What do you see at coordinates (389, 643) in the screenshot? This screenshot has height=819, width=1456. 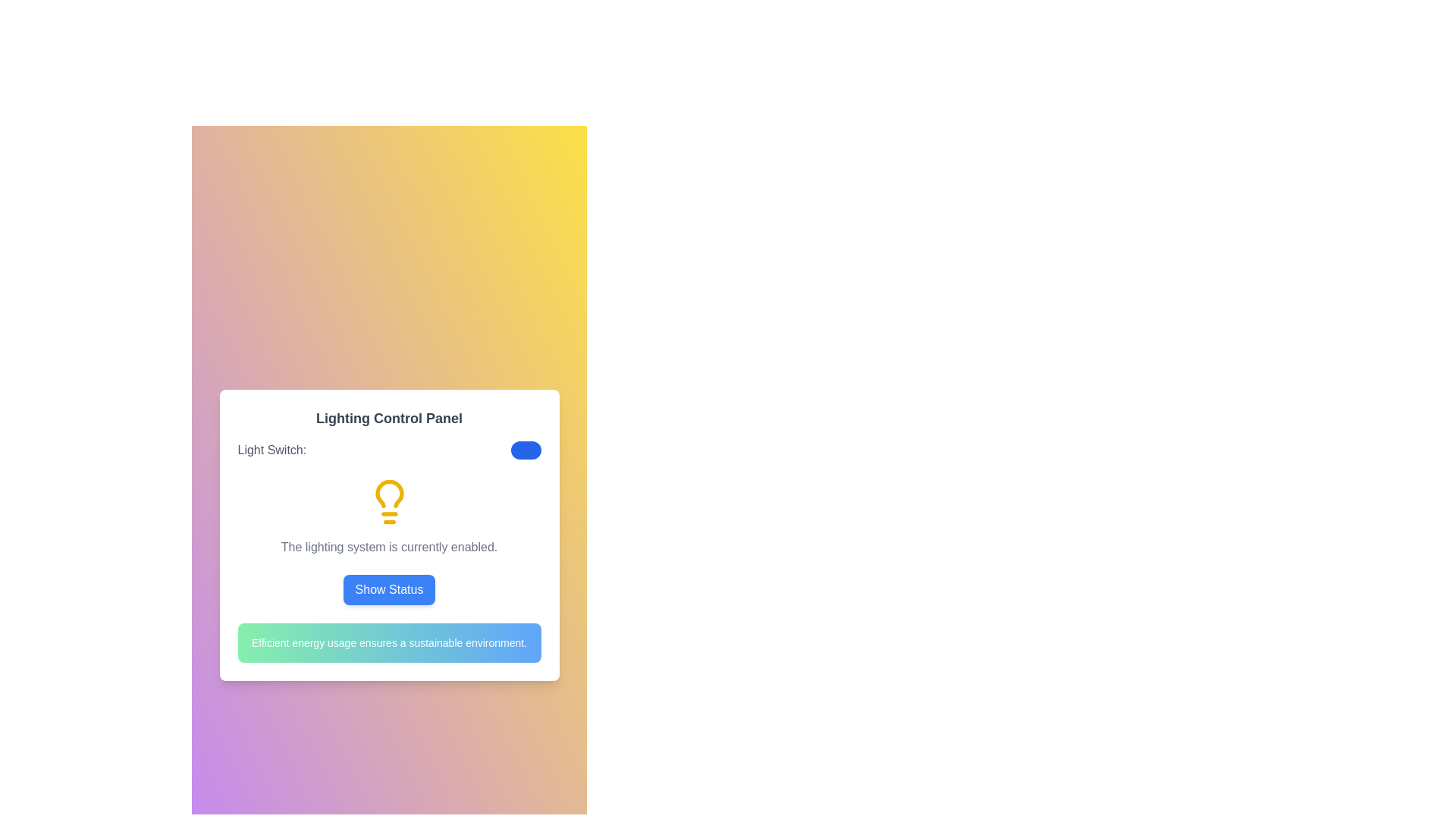 I see `the informational text box with a gradient background that reads 'Efficient energy usage ensures a sustainable environment.'` at bounding box center [389, 643].